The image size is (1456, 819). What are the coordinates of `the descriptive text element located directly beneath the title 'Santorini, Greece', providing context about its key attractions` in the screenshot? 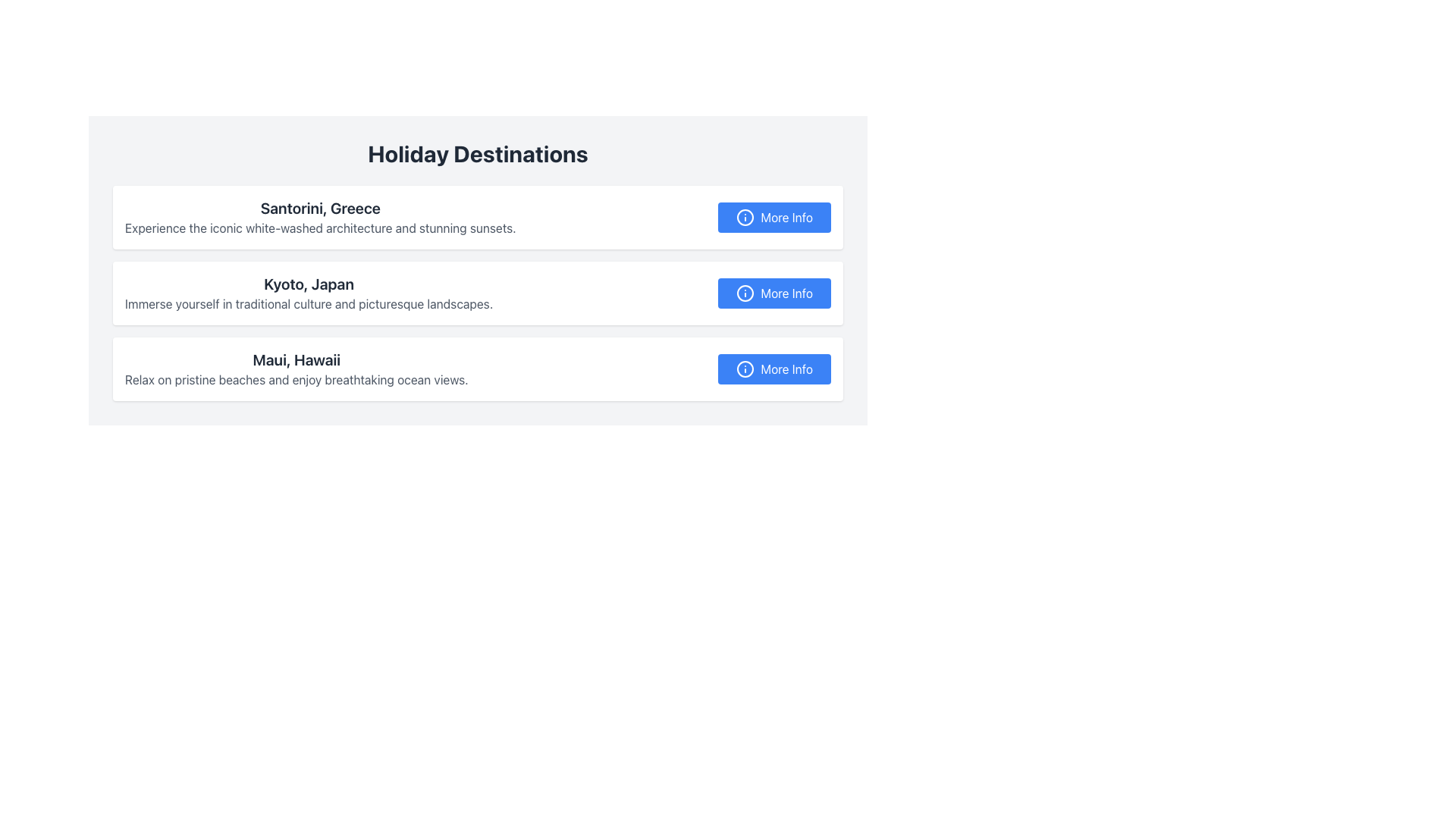 It's located at (319, 227).